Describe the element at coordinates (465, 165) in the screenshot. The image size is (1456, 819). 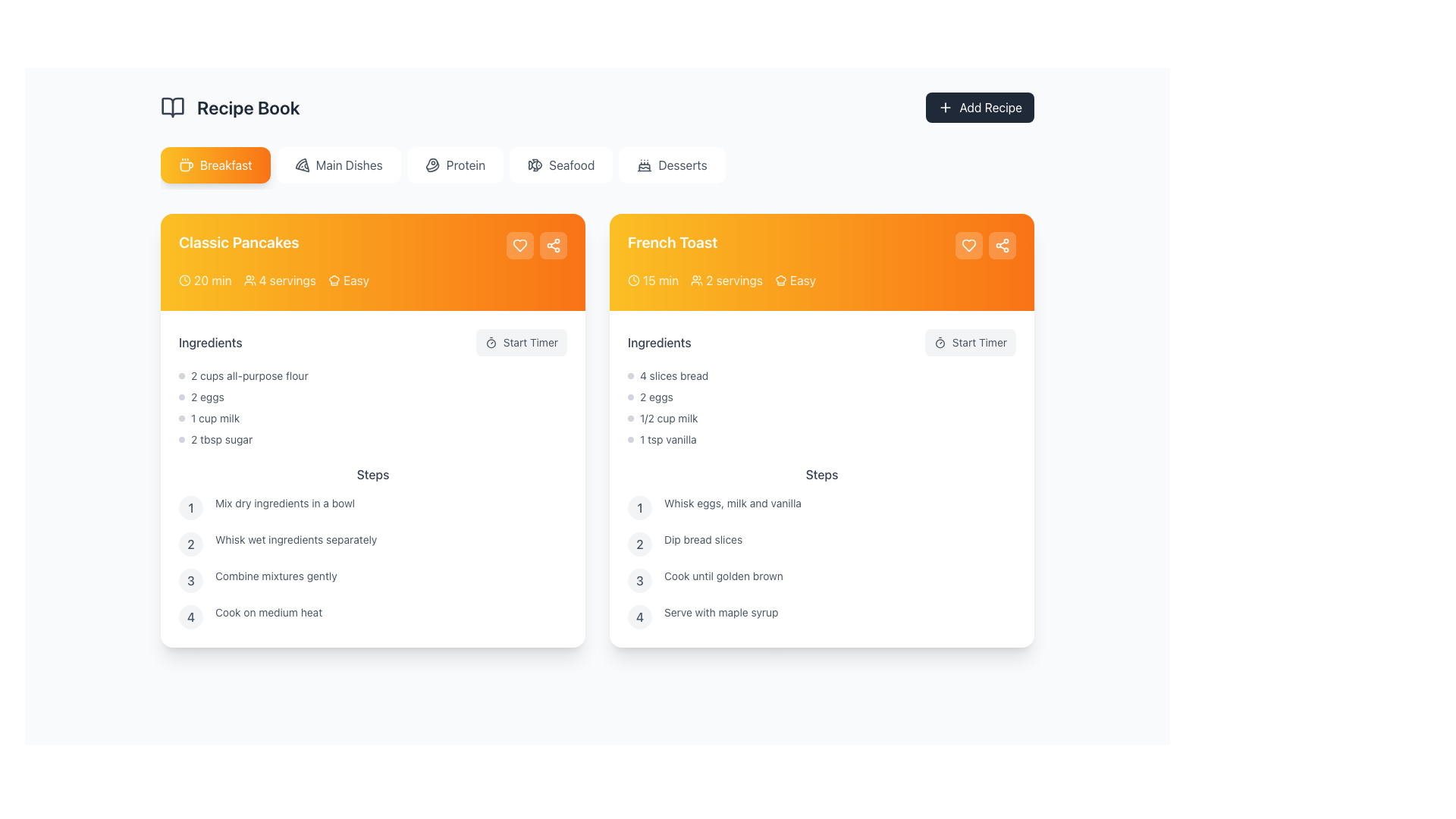
I see `the 'Protein' category selector in the navigation bar to filter the displayed recipes accordingly` at that location.